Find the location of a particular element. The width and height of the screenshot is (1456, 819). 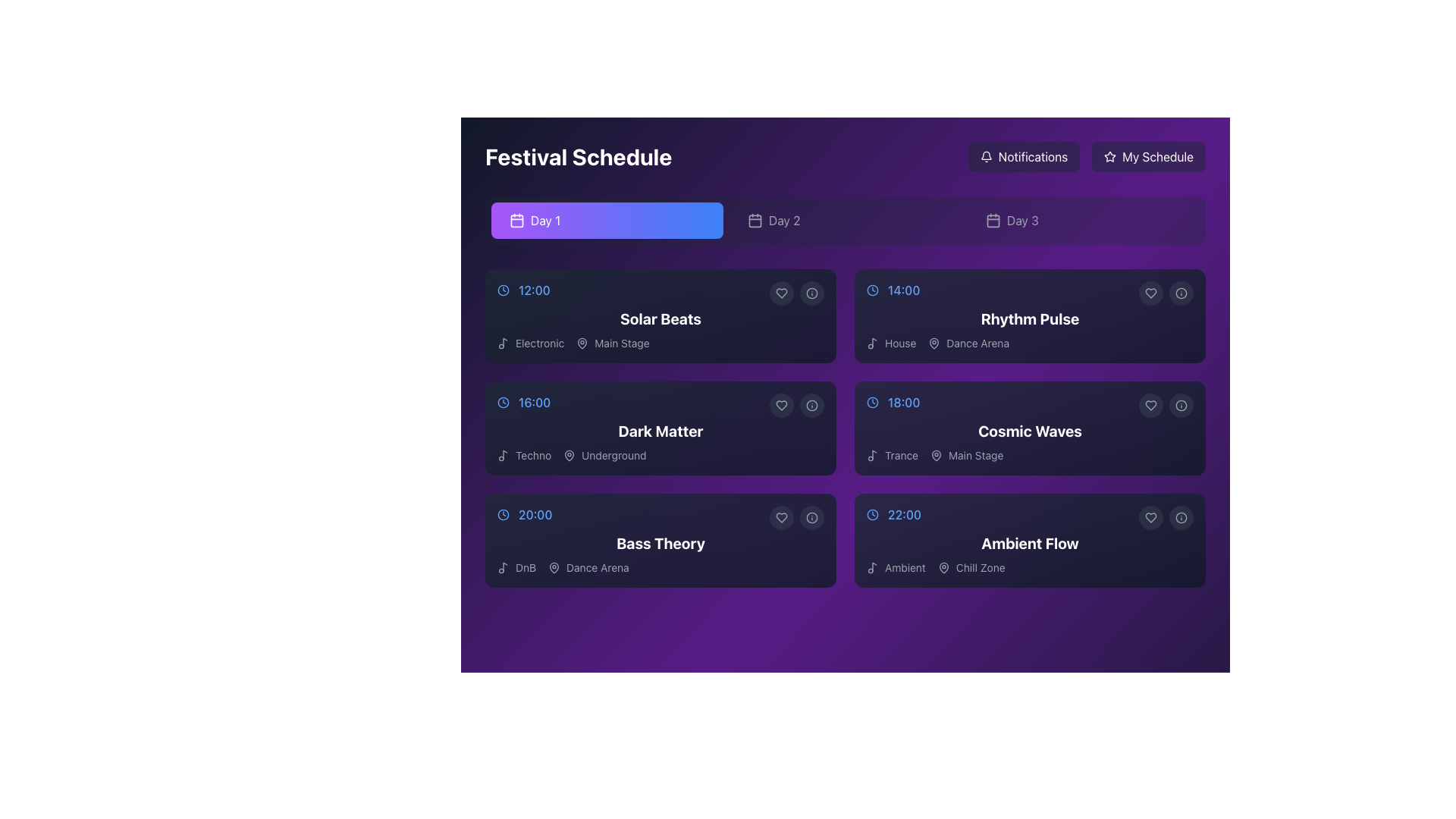

the location marker icon next to the 'Electronic' label under the 'Solar Beats' item in the festival schedule for 'Day 1' is located at coordinates (582, 343).